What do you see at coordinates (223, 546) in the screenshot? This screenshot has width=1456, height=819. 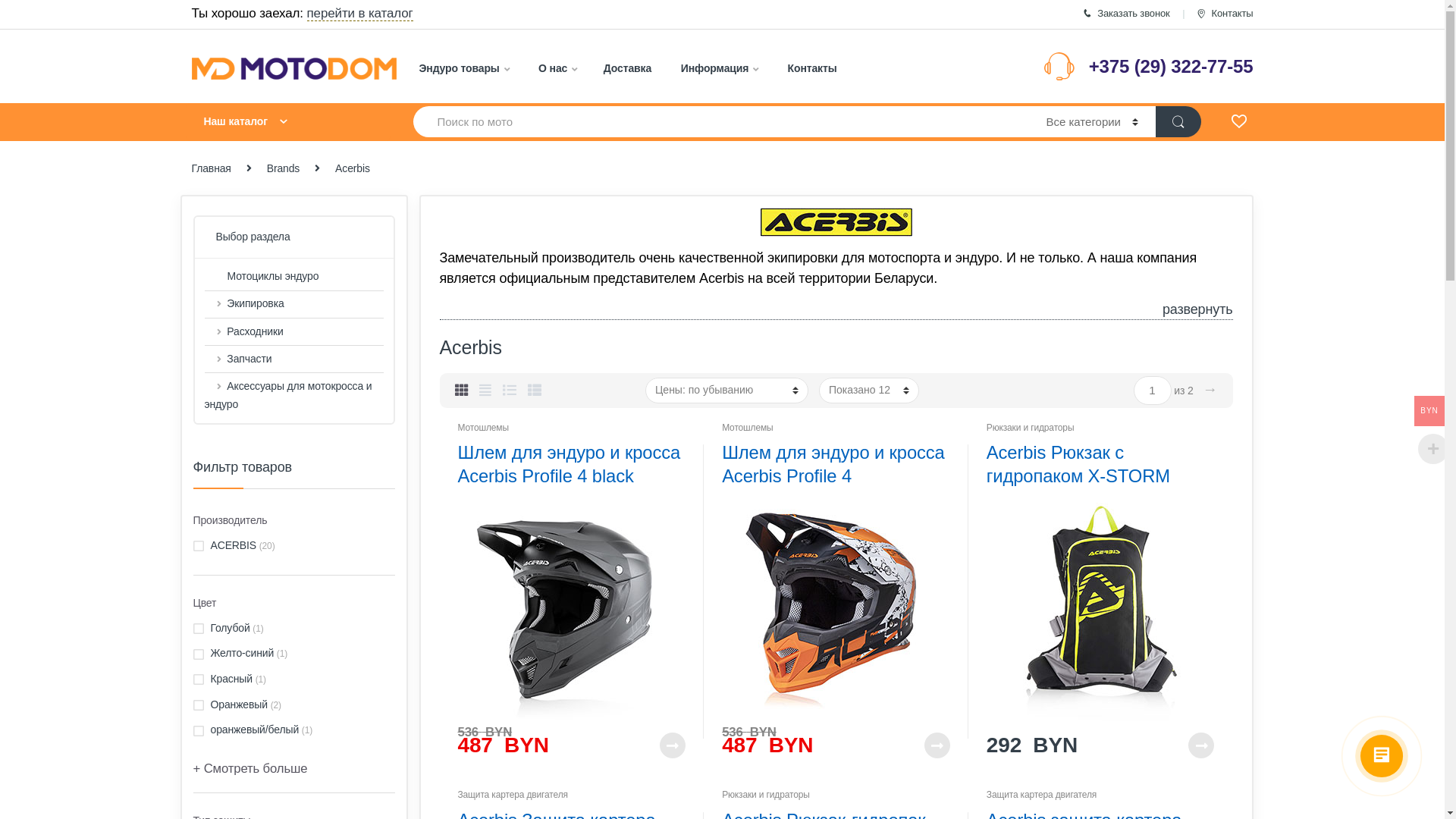 I see `'ACERBIS'` at bounding box center [223, 546].